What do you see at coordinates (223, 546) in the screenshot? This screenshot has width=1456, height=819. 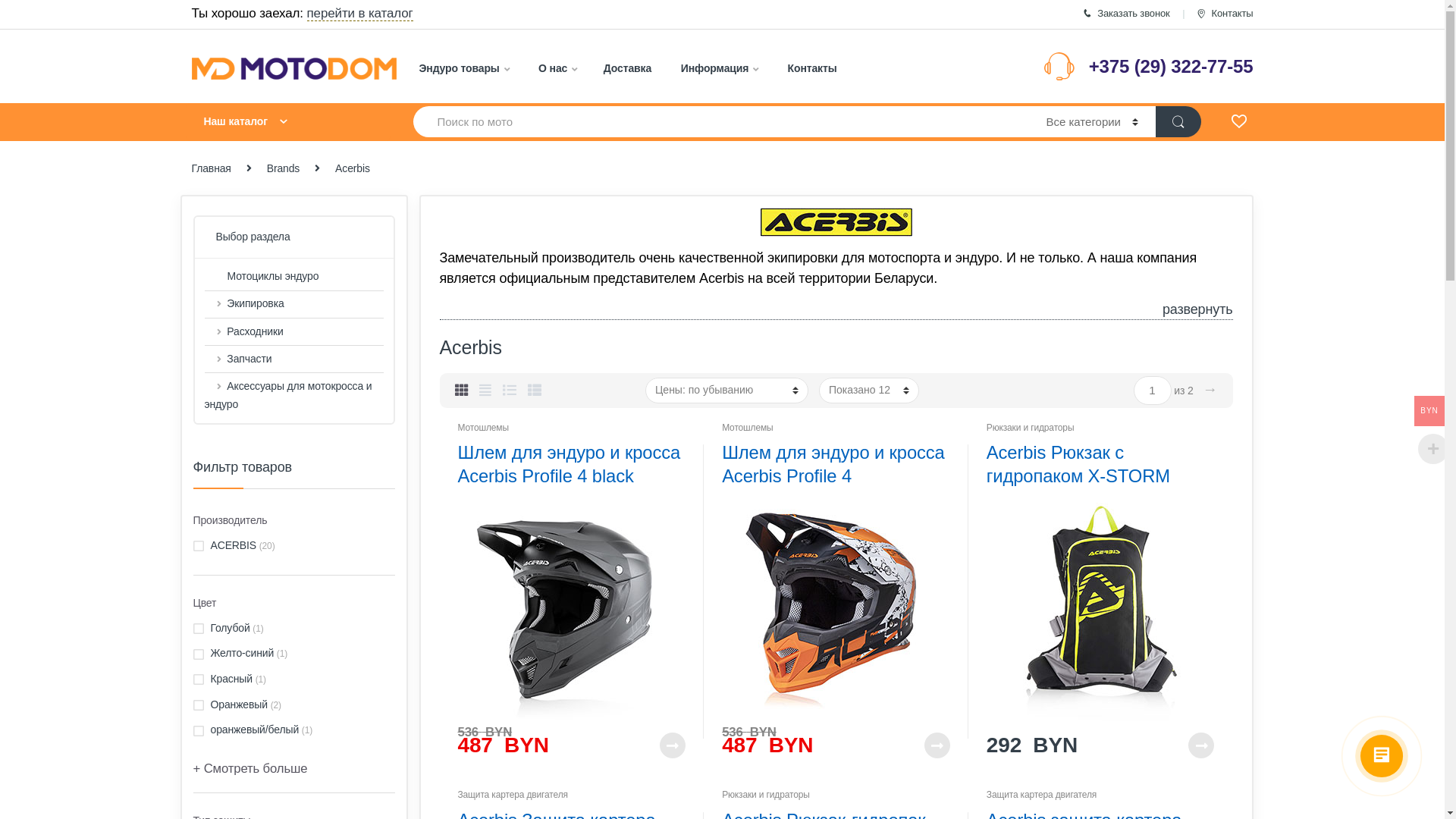 I see `'ACERBIS'` at bounding box center [223, 546].